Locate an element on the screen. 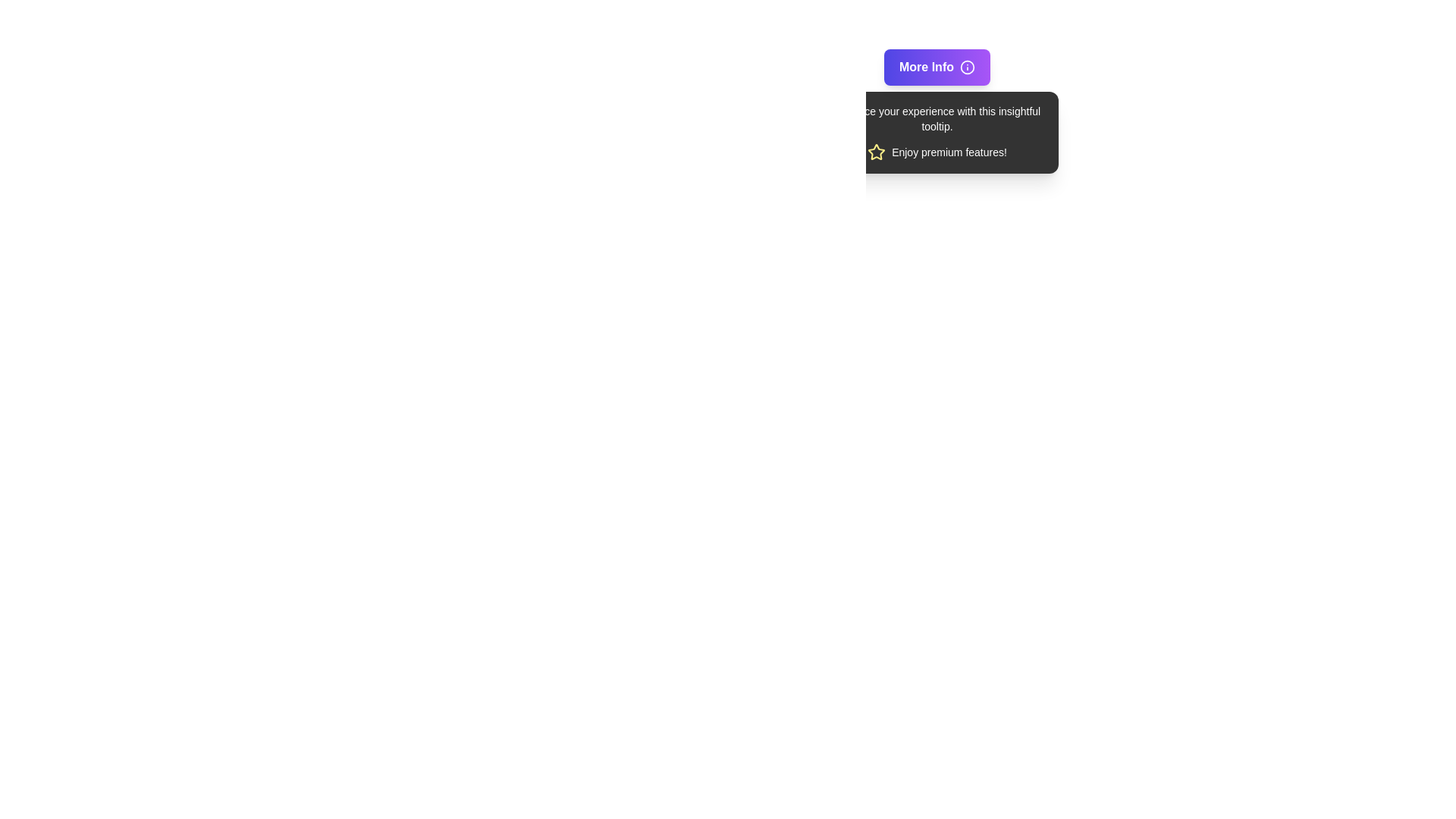 The width and height of the screenshot is (1456, 819). the circular graphical component within the tooltip interface adjacent to the 'More Info' button is located at coordinates (967, 66).